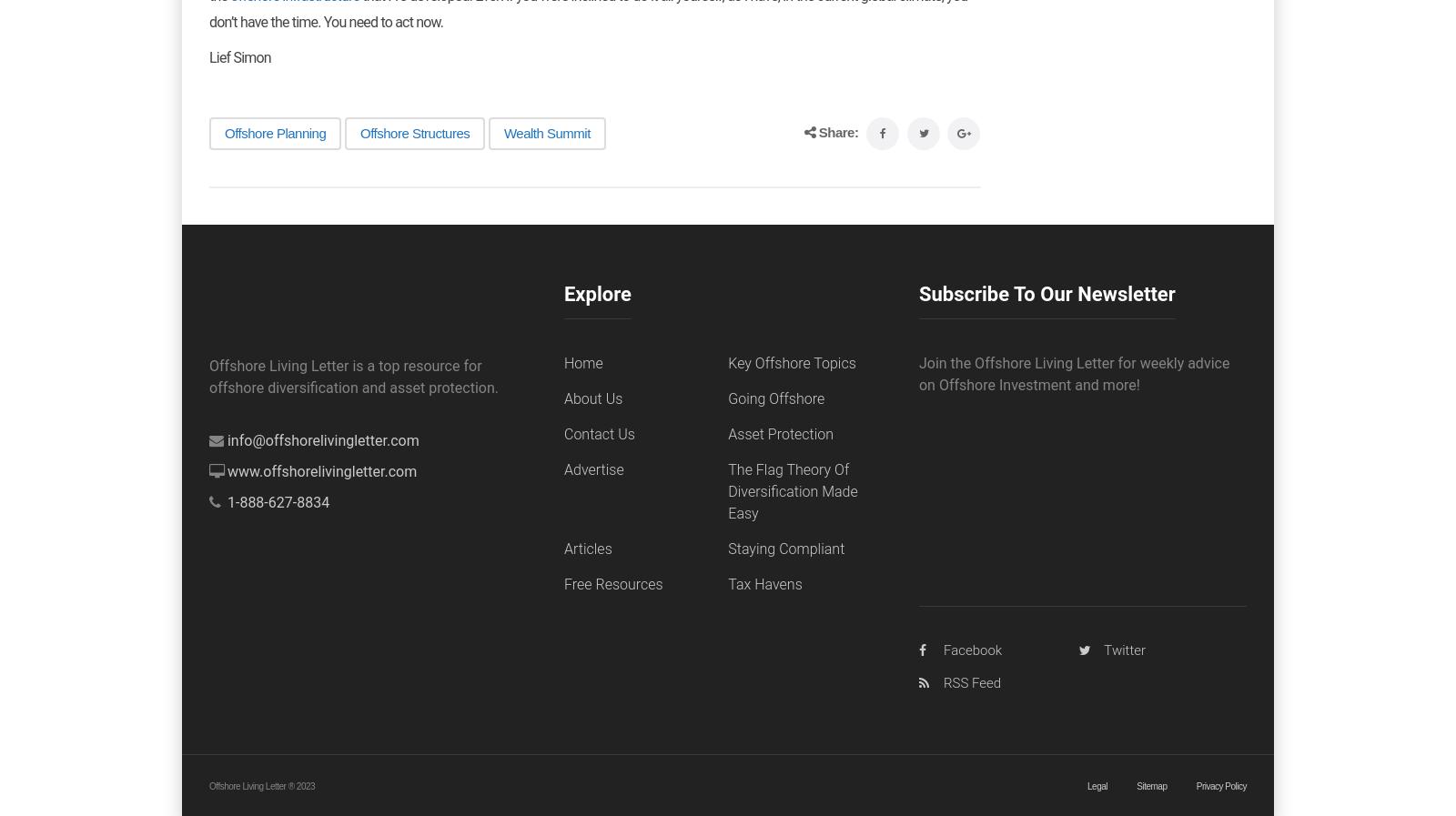 The width and height of the screenshot is (1456, 816). What do you see at coordinates (587, 548) in the screenshot?
I see `'Articles'` at bounding box center [587, 548].